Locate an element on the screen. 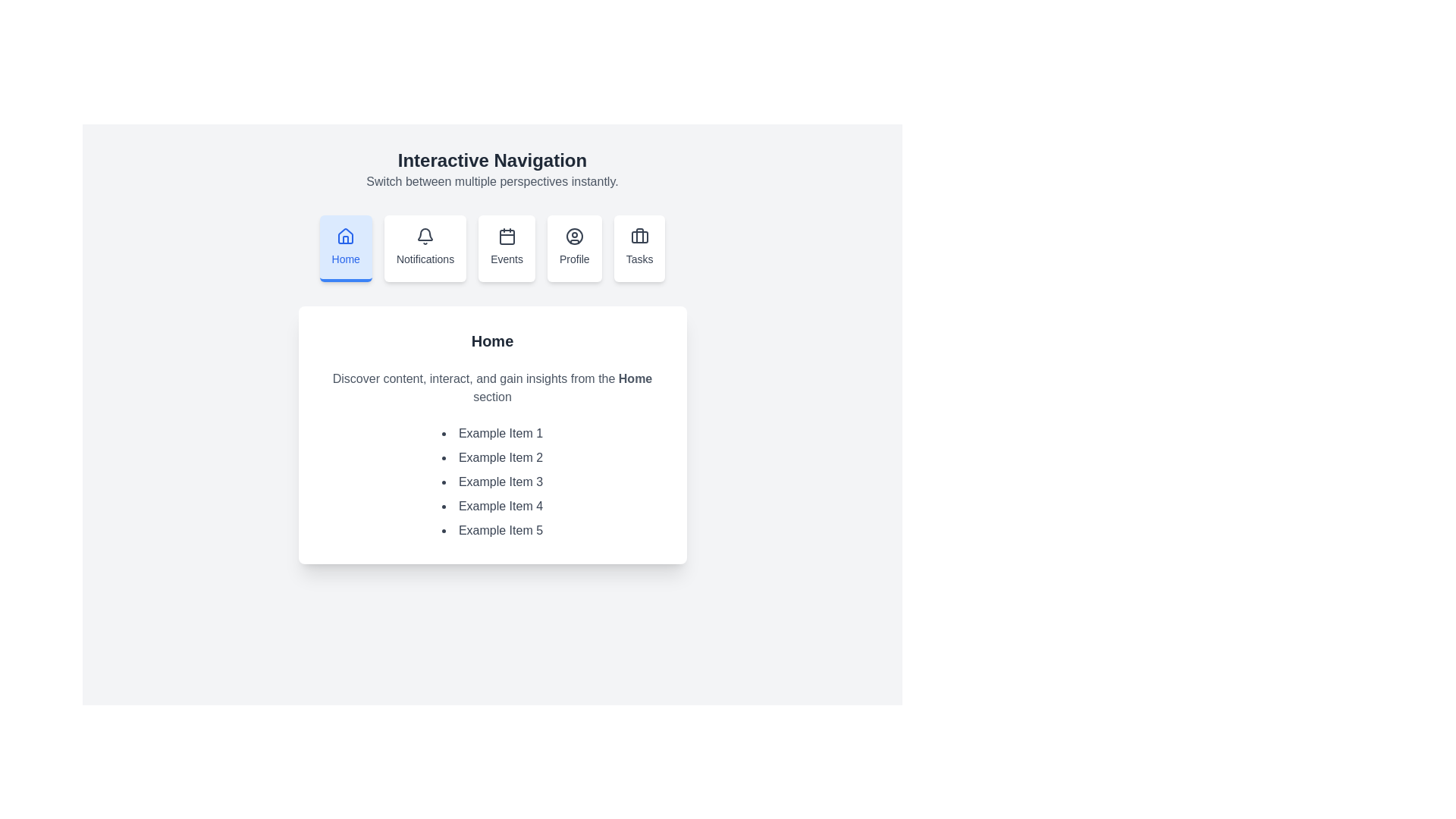 The width and height of the screenshot is (1456, 819). the text entry of the third item in the vertical bulleted list located under the 'Home' section heading is located at coordinates (492, 482).